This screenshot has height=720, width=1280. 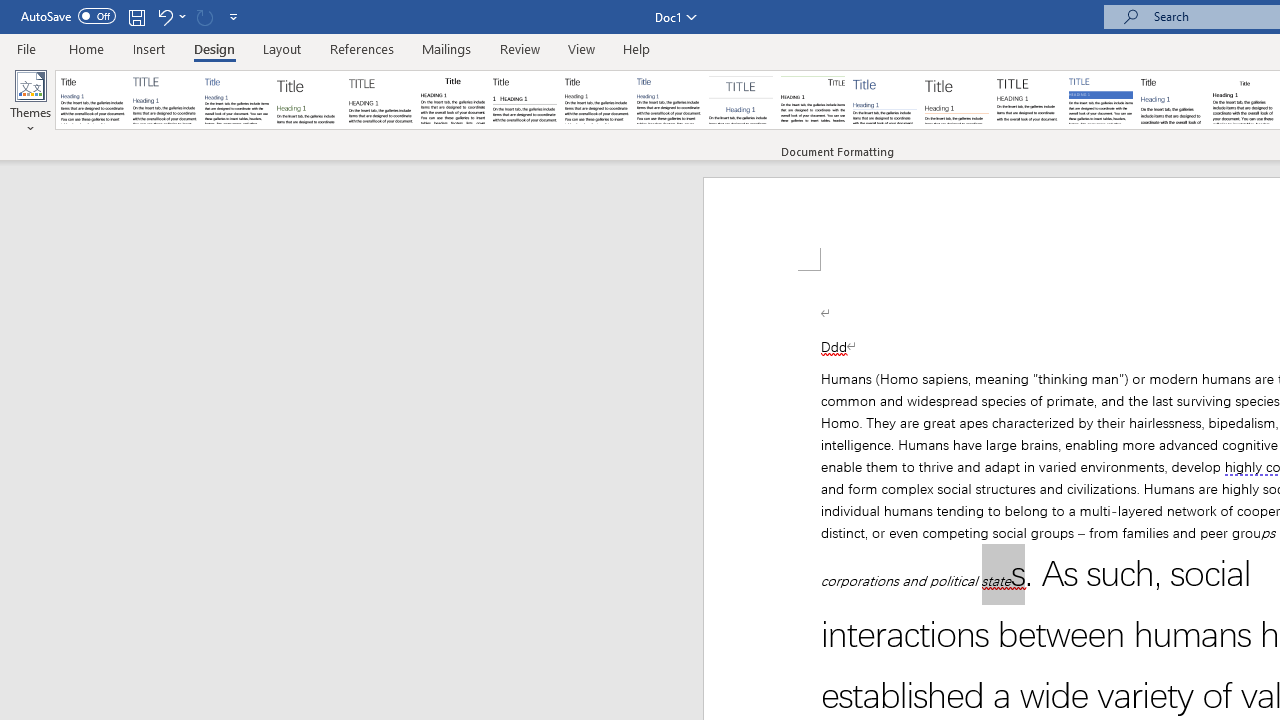 I want to click on 'Minimalist', so click(x=1029, y=100).